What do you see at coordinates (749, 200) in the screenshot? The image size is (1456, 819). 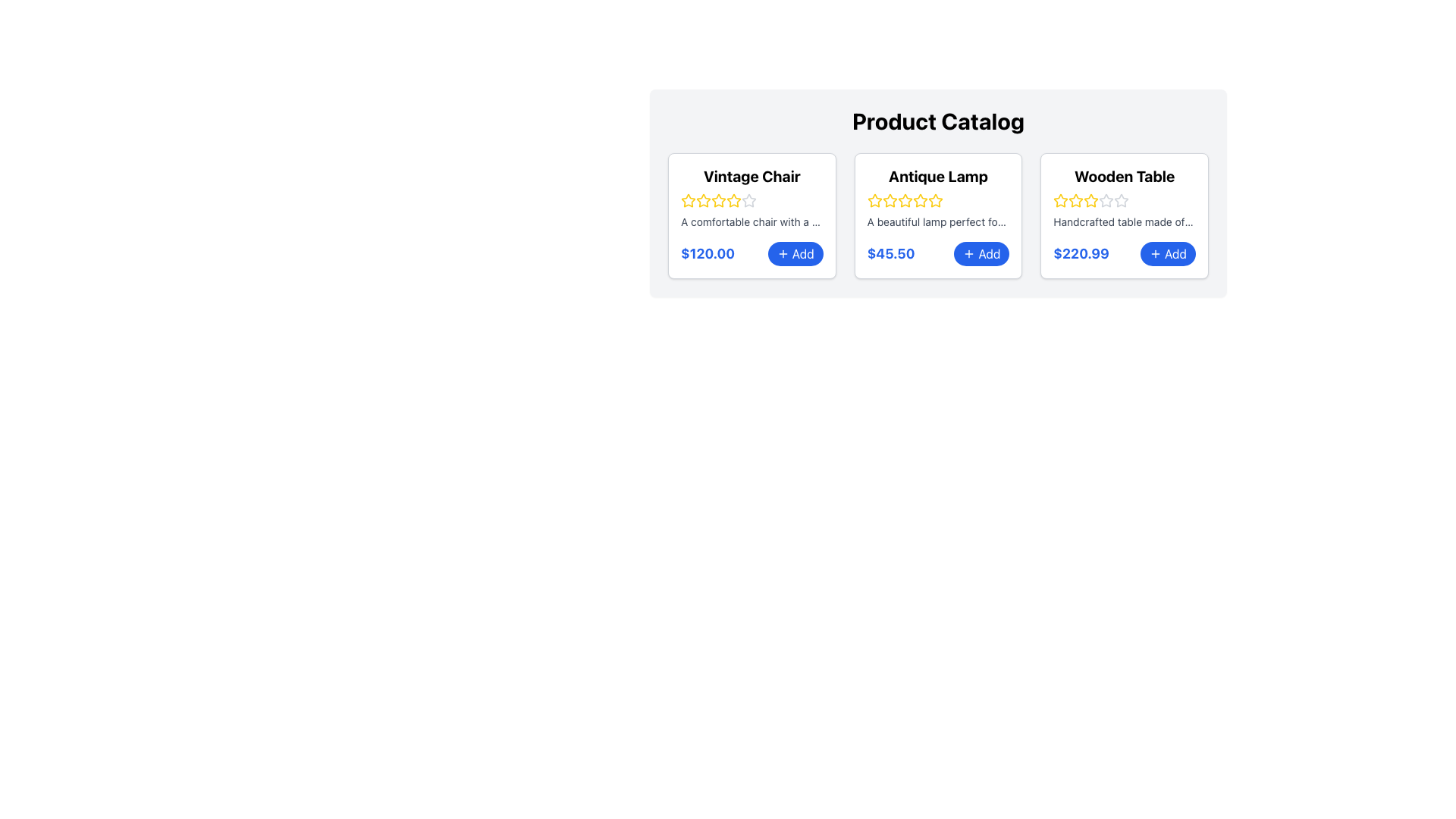 I see `the fifth star-shaped rating icon outlined in gray, located in the rating section under the product titled 'Vintage Chair'` at bounding box center [749, 200].